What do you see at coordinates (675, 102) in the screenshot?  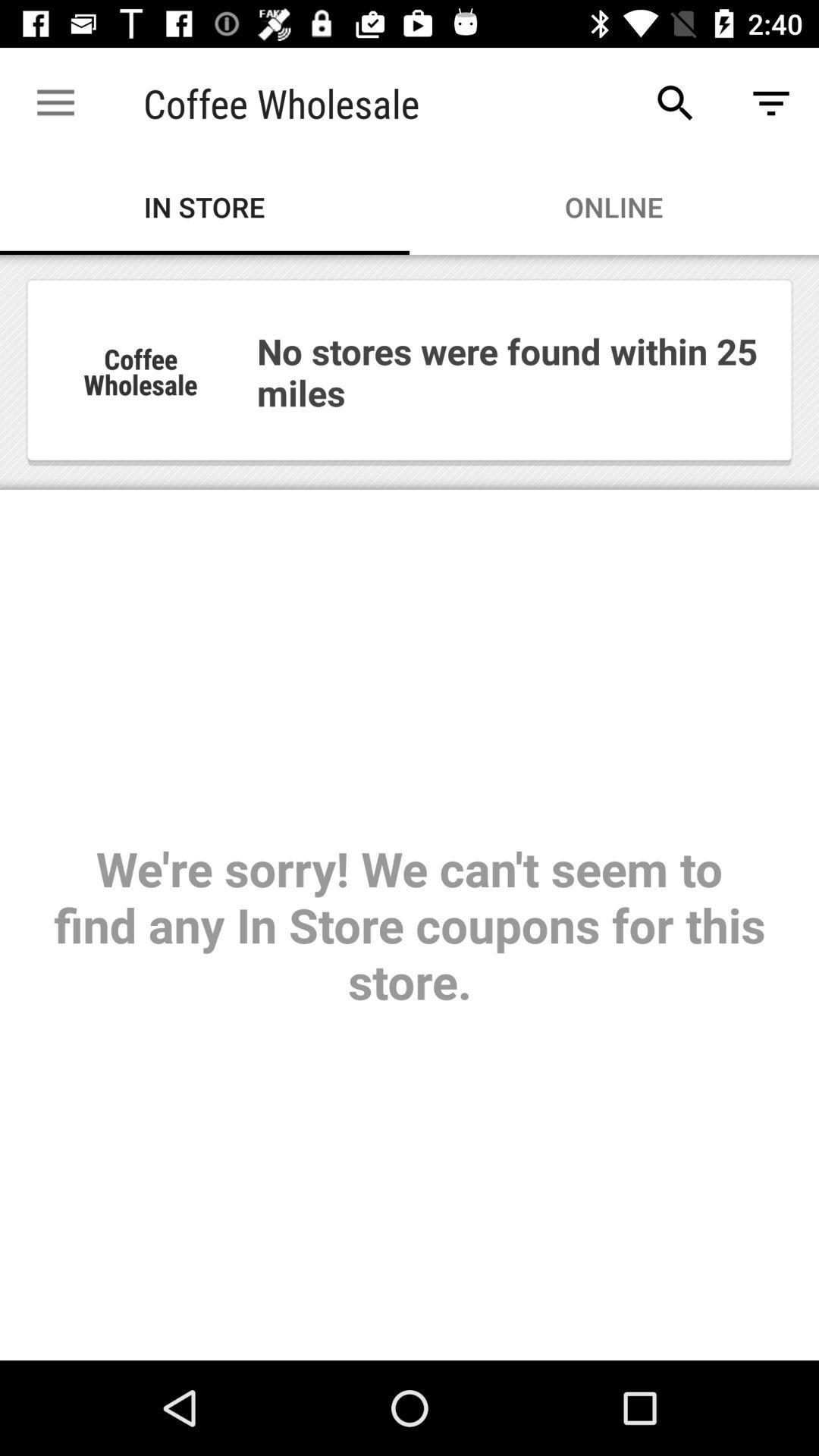 I see `item to the right of coffee wholesale app` at bounding box center [675, 102].